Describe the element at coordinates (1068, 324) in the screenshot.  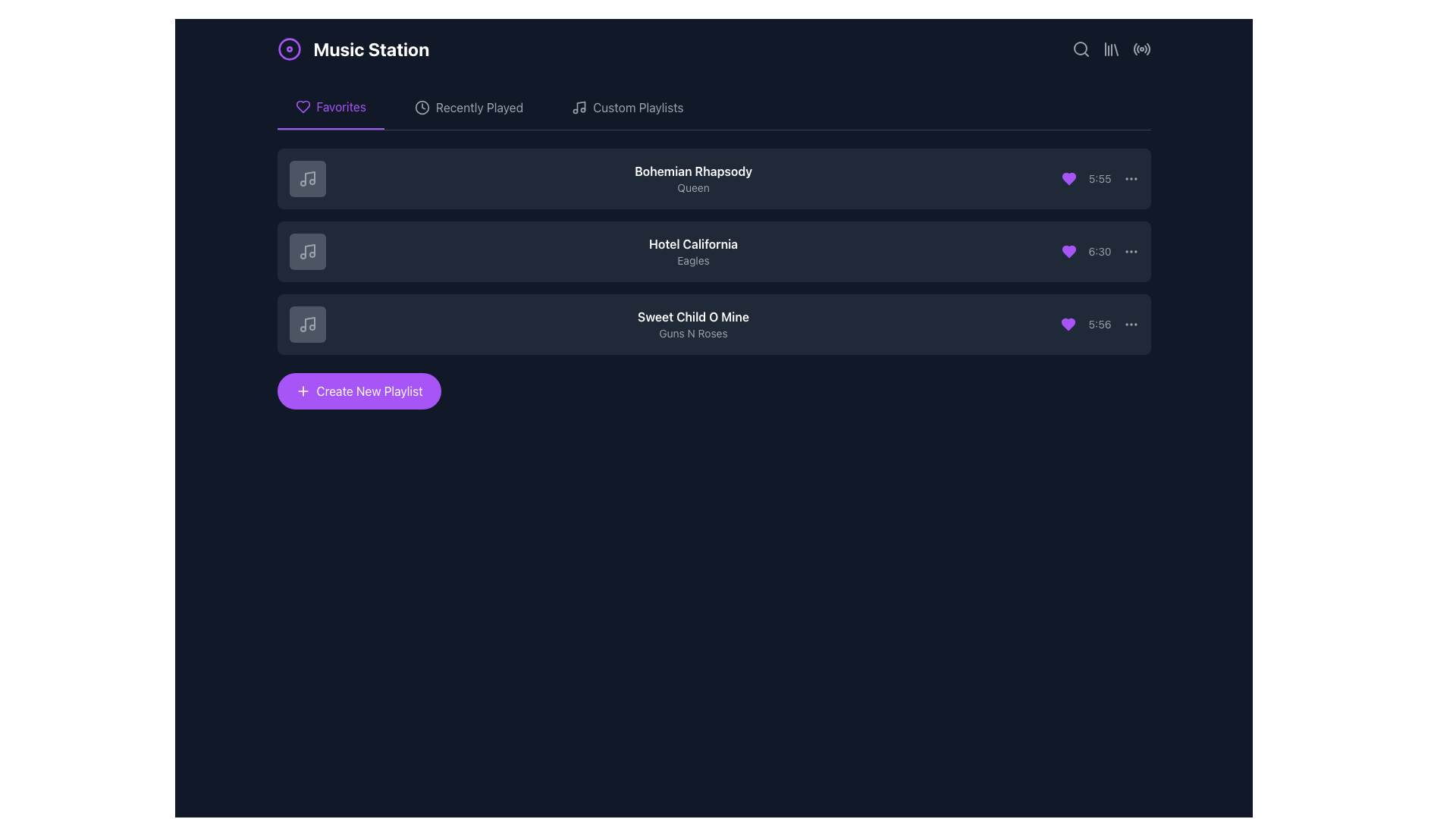
I see `the heart-shaped iconic button with a purple fill color located in the third row of the playlist items, adjacent to the duration text '5:56'` at that location.